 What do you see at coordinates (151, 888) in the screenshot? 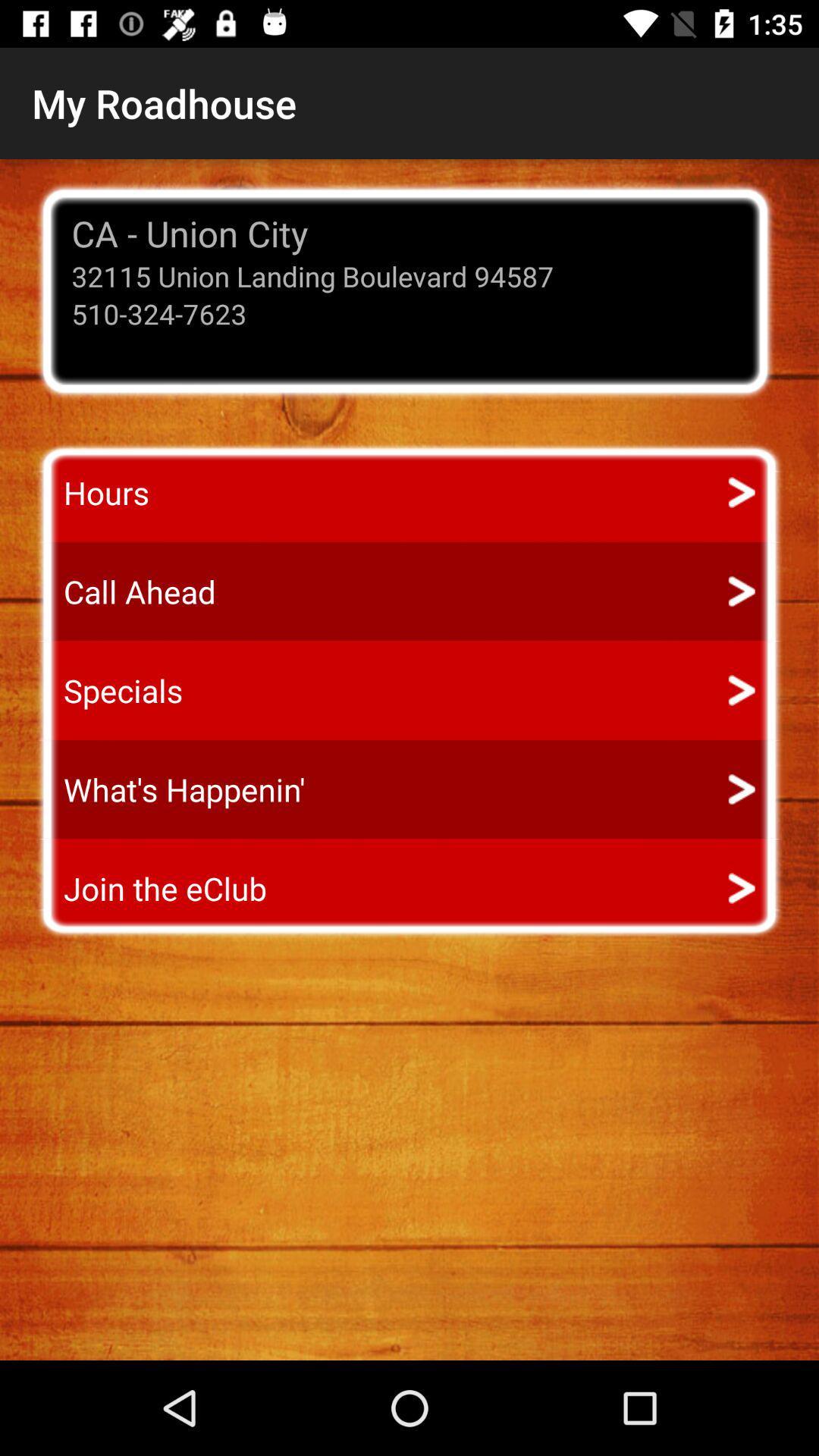
I see `join the eclub` at bounding box center [151, 888].